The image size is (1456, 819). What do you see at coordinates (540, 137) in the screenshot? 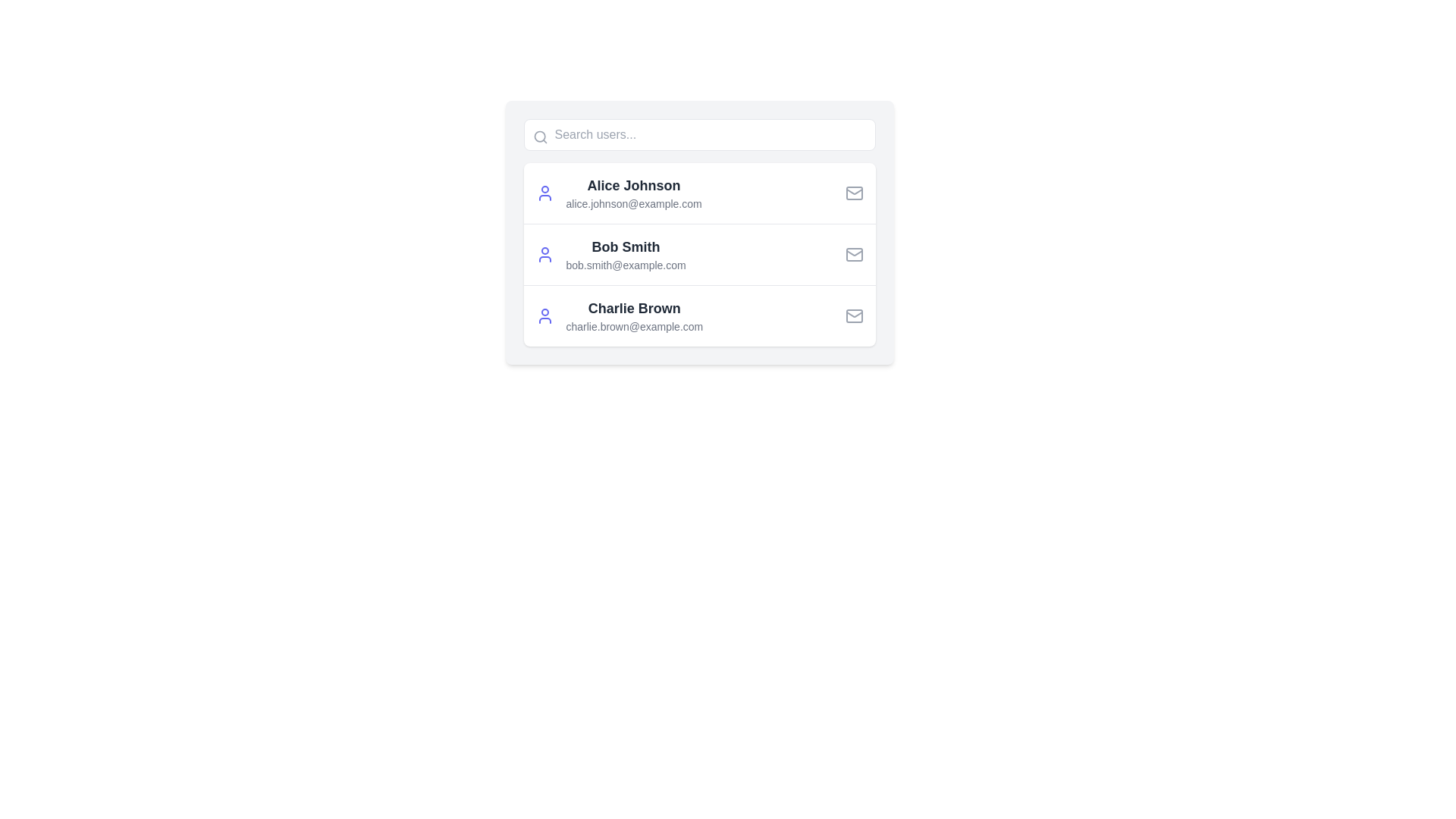
I see `the search icon located on the left side of the rounded rectangular search input field at the top part of the UI layout` at bounding box center [540, 137].